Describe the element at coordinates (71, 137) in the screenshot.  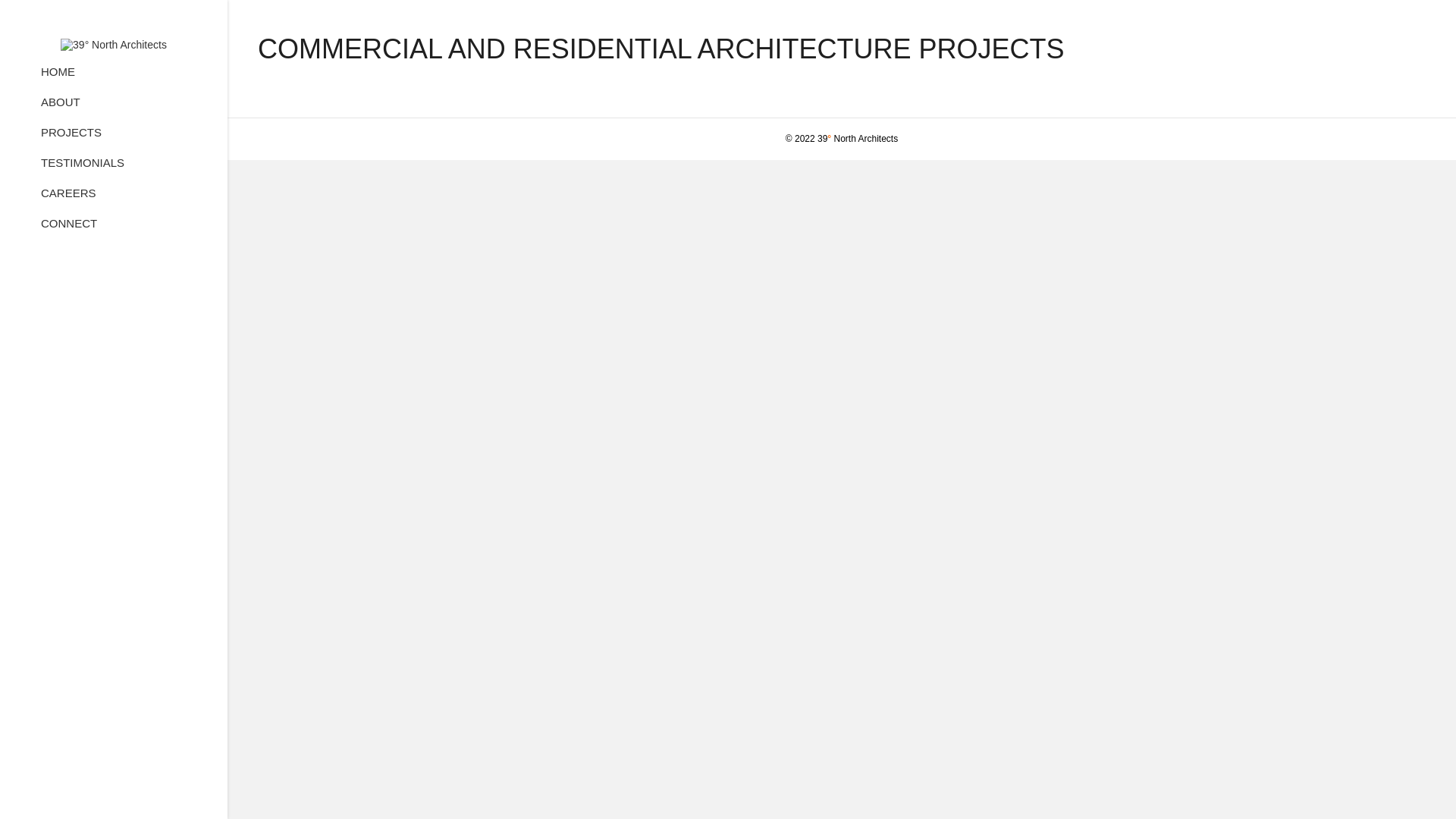
I see `'PROJECTS'` at that location.